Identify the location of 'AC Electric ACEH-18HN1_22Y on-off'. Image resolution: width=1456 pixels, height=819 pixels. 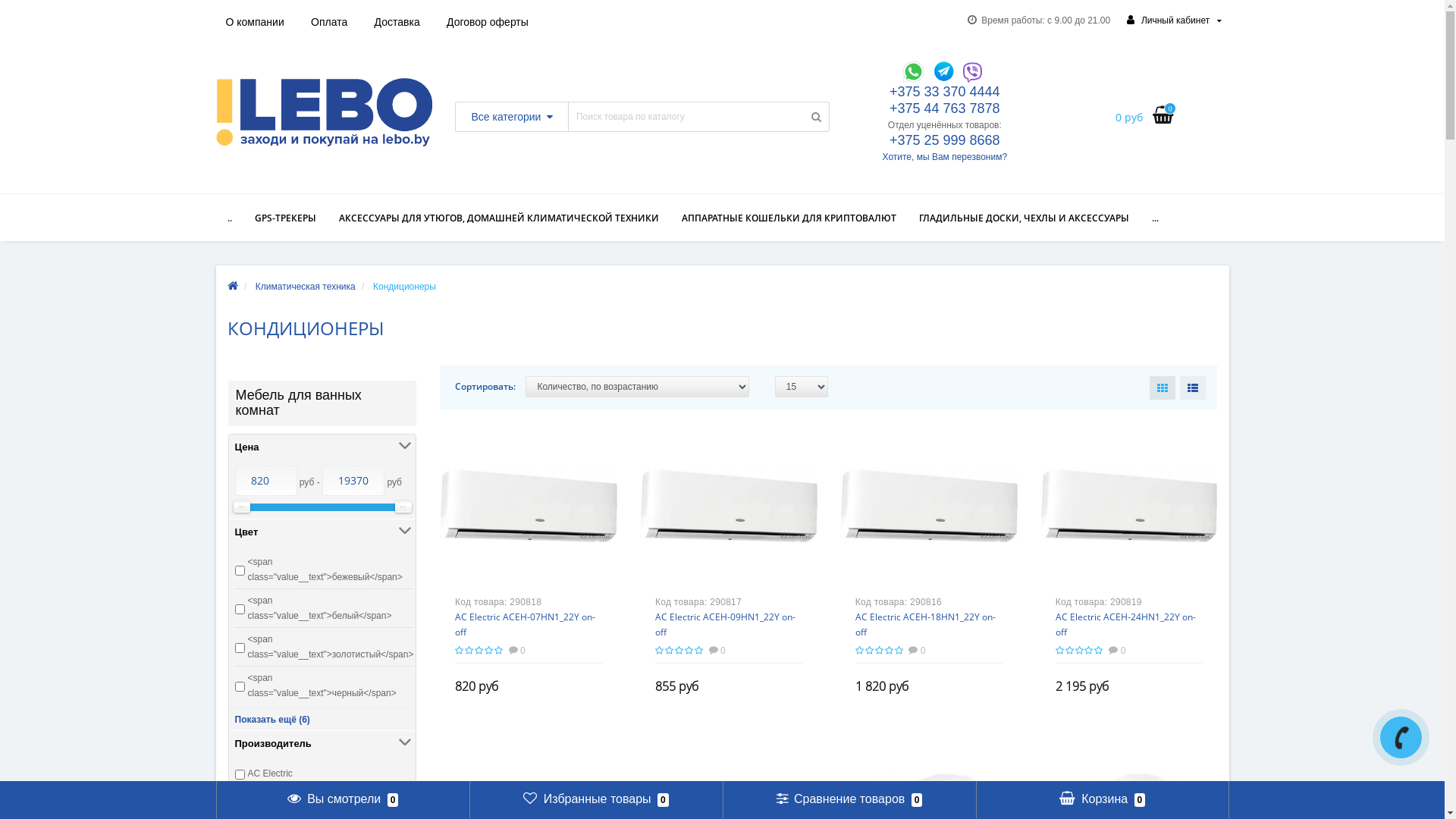
(855, 624).